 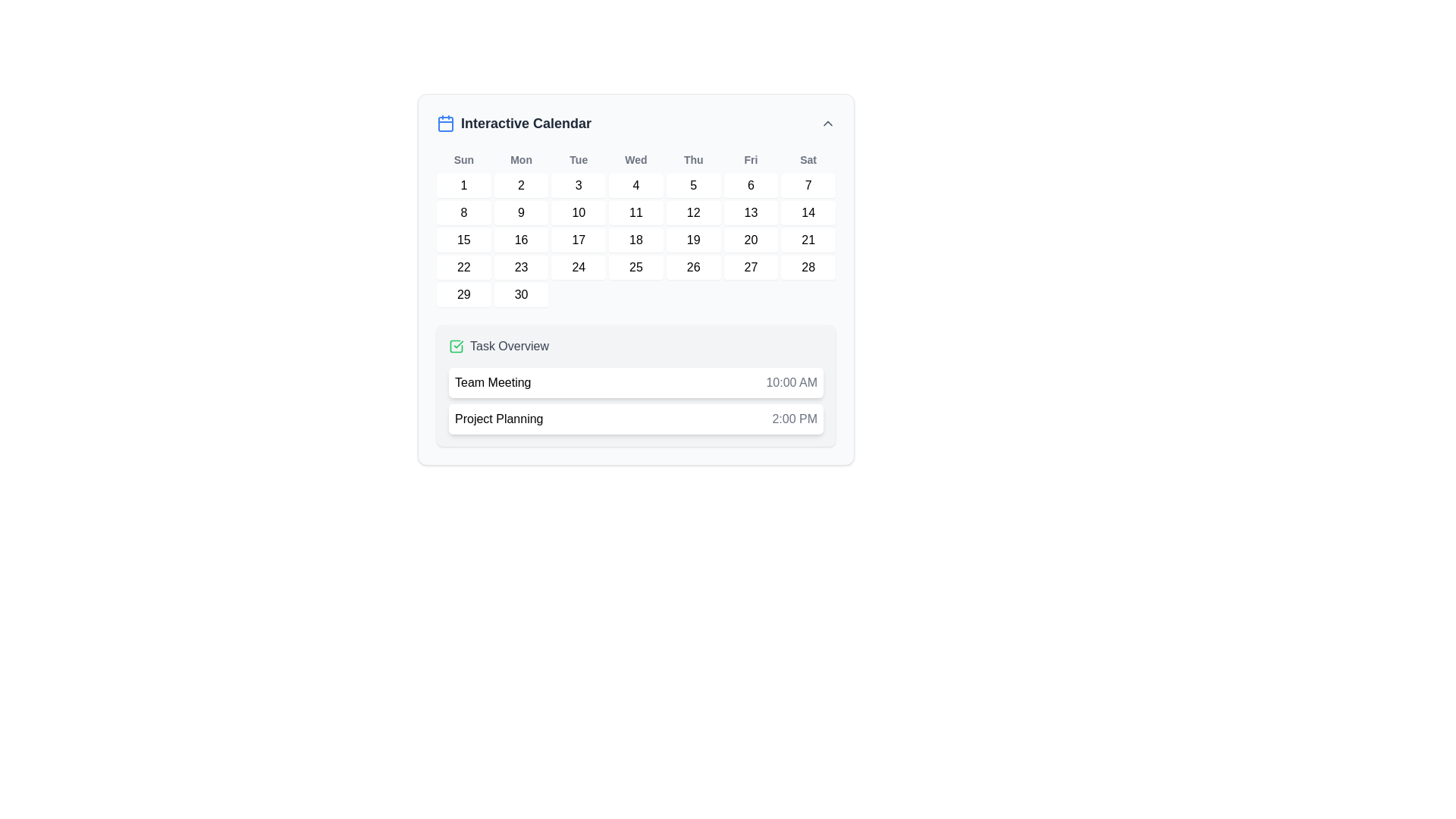 I want to click on the completed task icon located to the left of the 'Task Overview' section title, which indicates the section's completion status, so click(x=455, y=346).